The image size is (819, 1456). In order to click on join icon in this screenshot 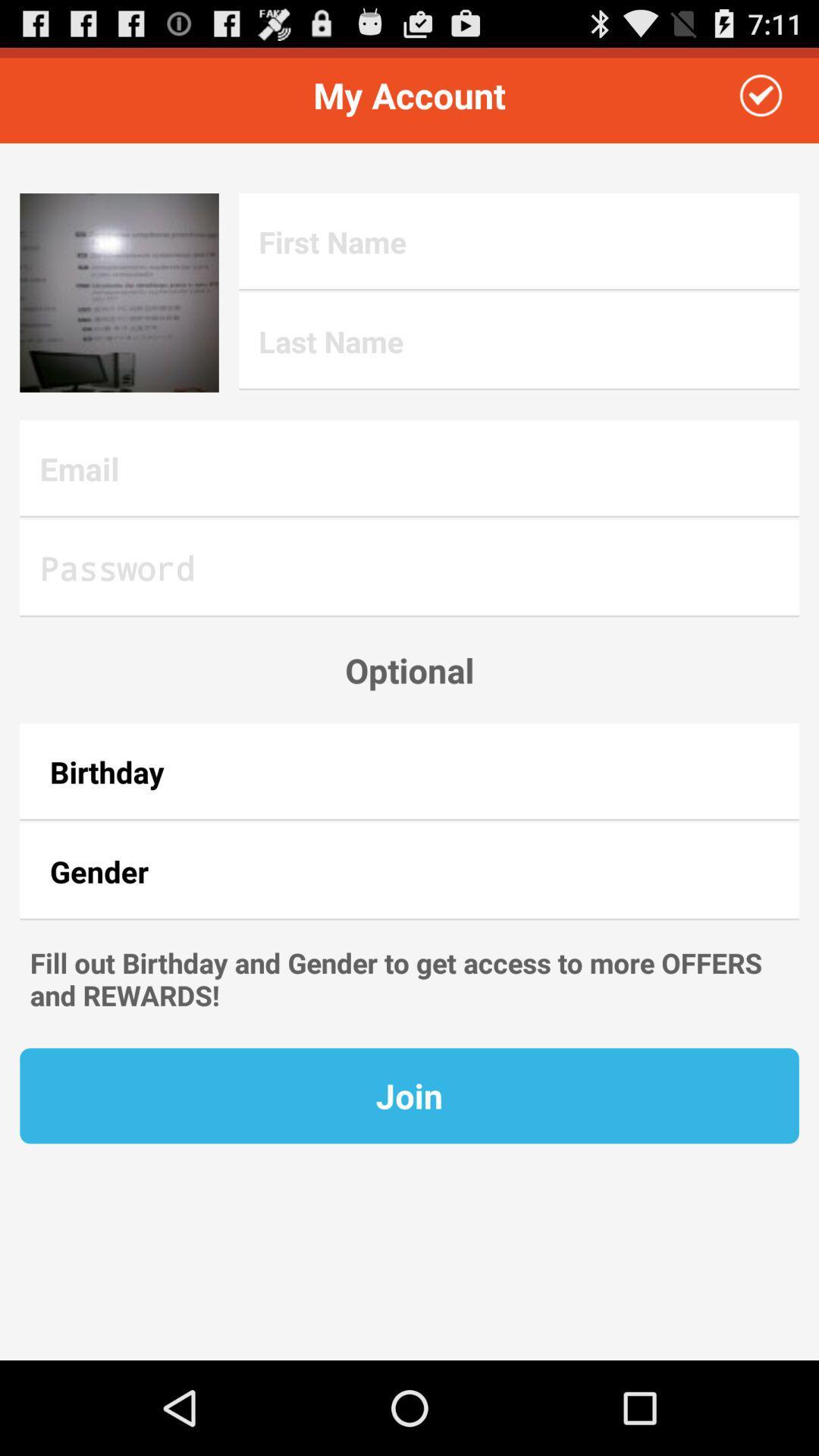, I will do `click(409, 1096)`.